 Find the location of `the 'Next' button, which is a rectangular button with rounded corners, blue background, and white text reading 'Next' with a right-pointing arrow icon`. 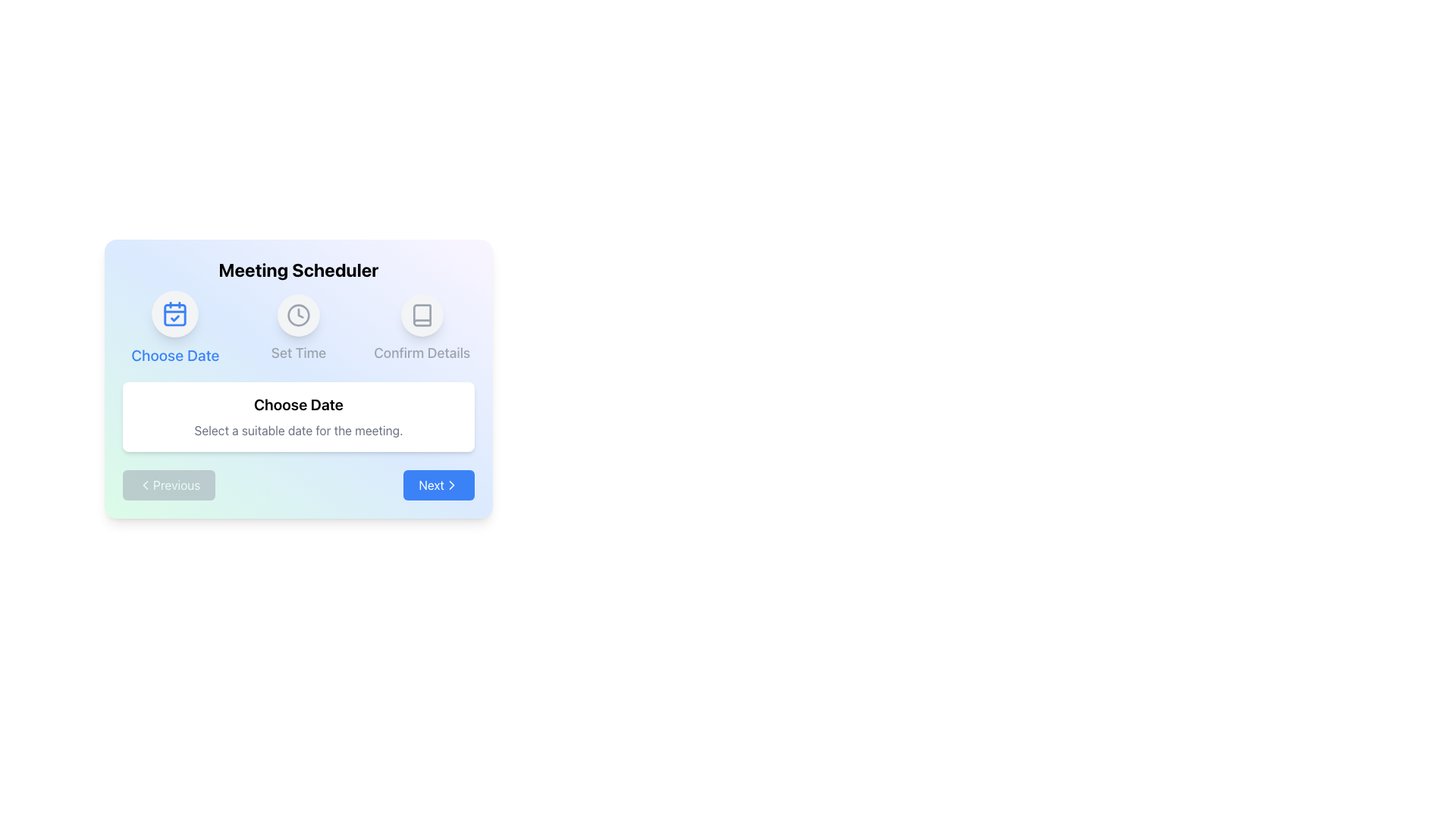

the 'Next' button, which is a rectangular button with rounded corners, blue background, and white text reading 'Next' with a right-pointing arrow icon is located at coordinates (438, 485).